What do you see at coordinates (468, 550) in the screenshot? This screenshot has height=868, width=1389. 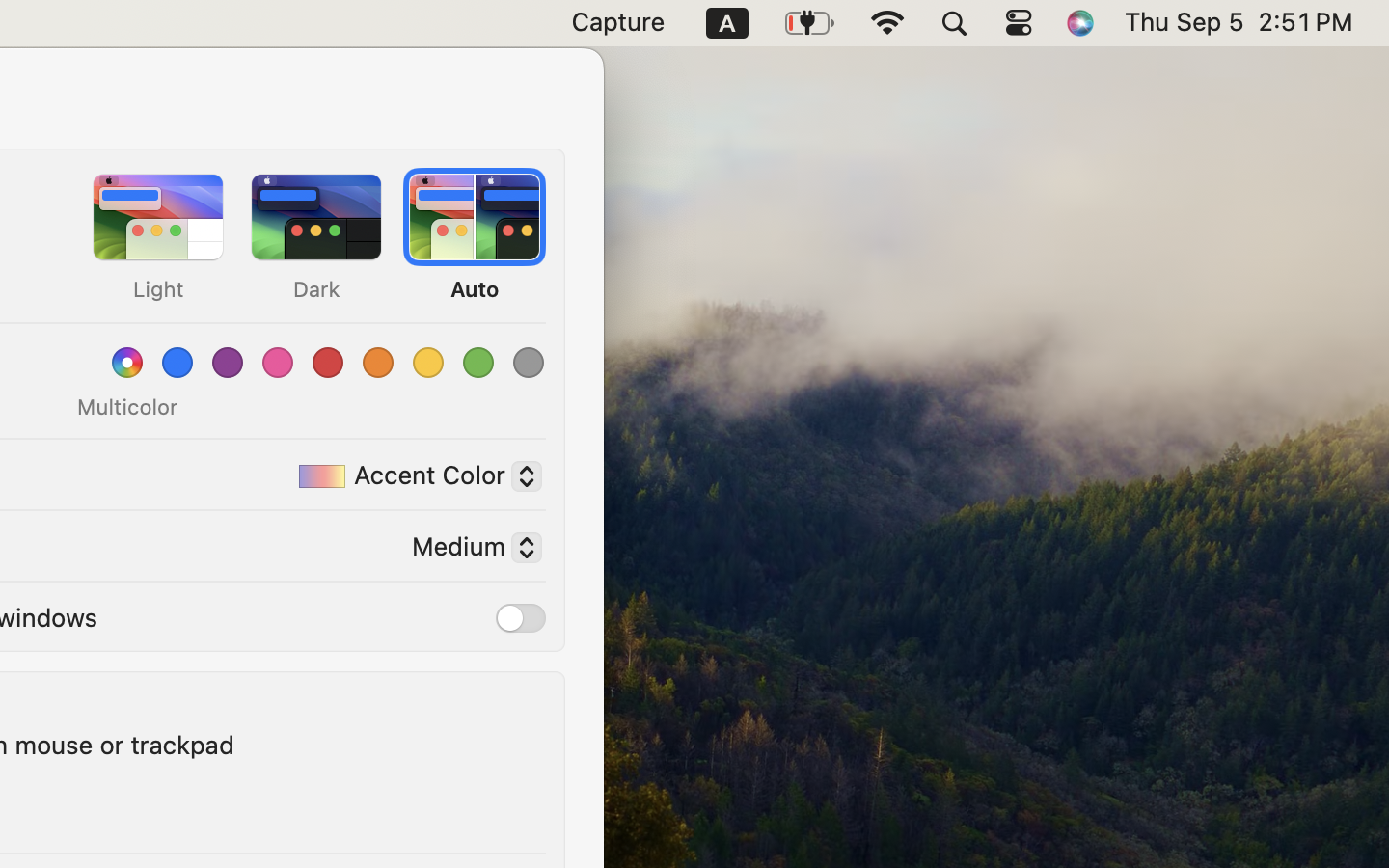 I see `'Medium'` at bounding box center [468, 550].